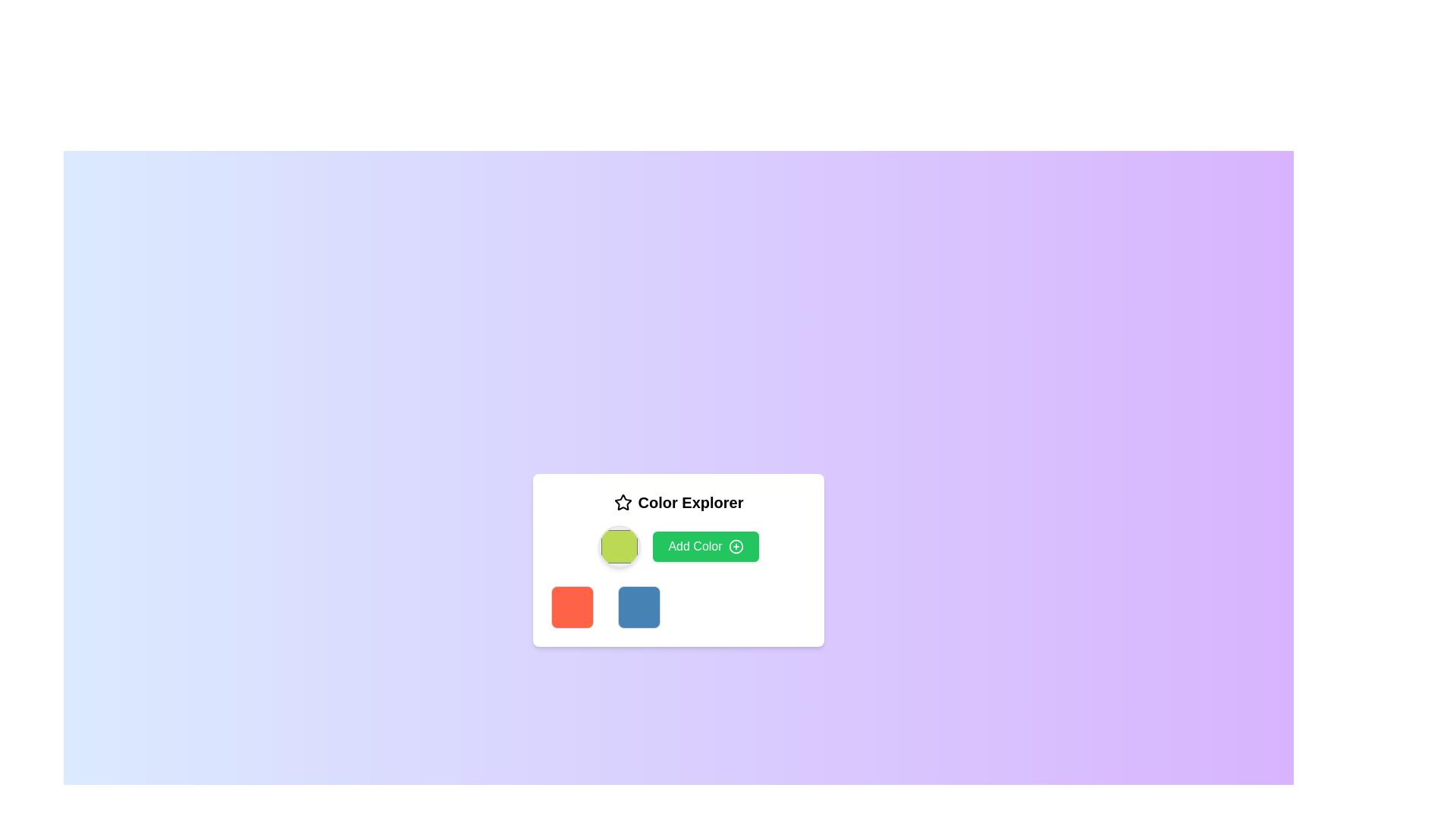 The height and width of the screenshot is (819, 1456). What do you see at coordinates (623, 502) in the screenshot?
I see `the visually styled star icon located in the 'Color Explorer' card by moving the mouse to its center point` at bounding box center [623, 502].